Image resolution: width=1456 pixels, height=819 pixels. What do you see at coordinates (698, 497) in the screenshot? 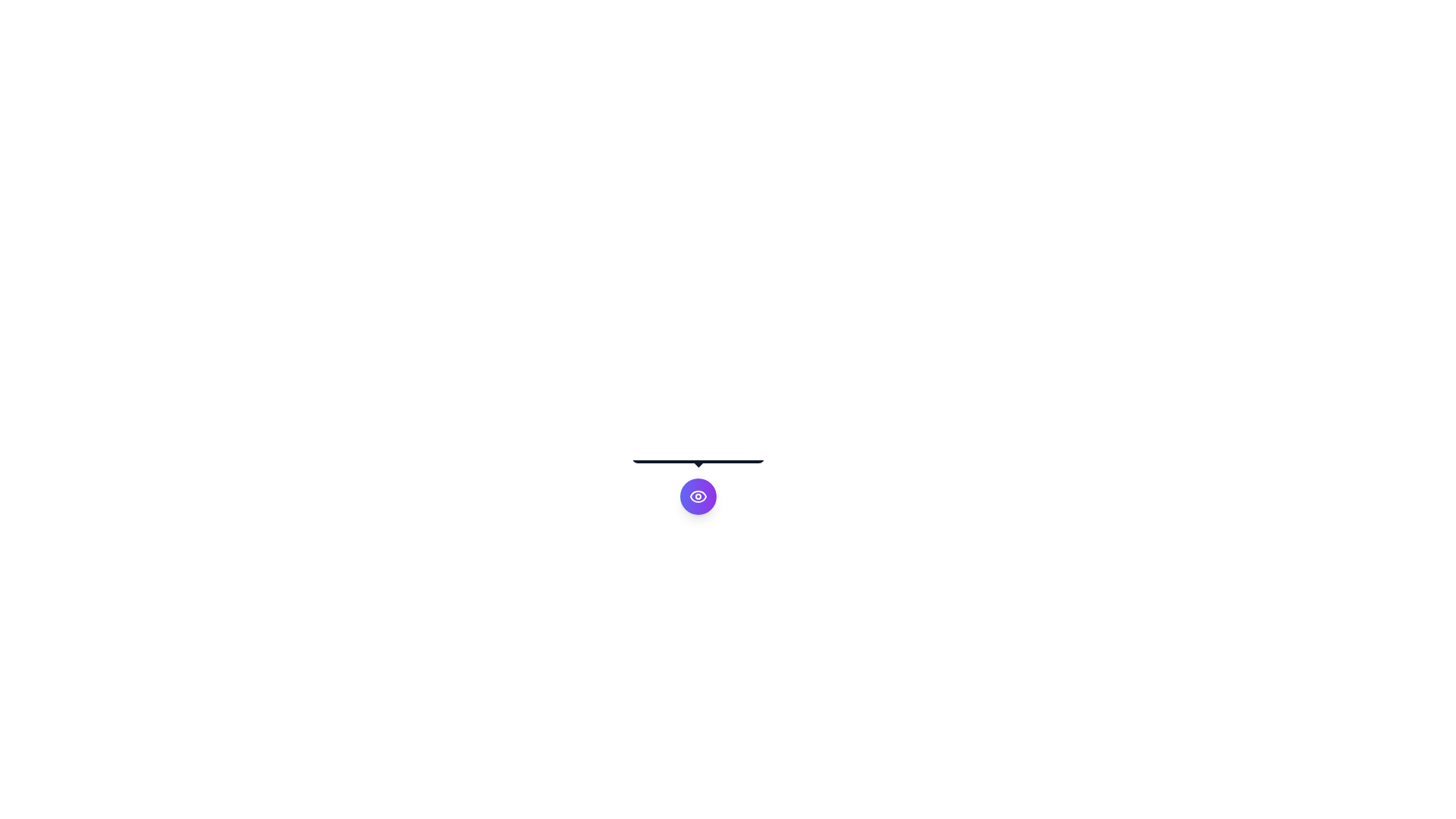
I see `the outer elliptical curve of the SVG eye icon by targeting its center point when it gains interactivity` at bounding box center [698, 497].